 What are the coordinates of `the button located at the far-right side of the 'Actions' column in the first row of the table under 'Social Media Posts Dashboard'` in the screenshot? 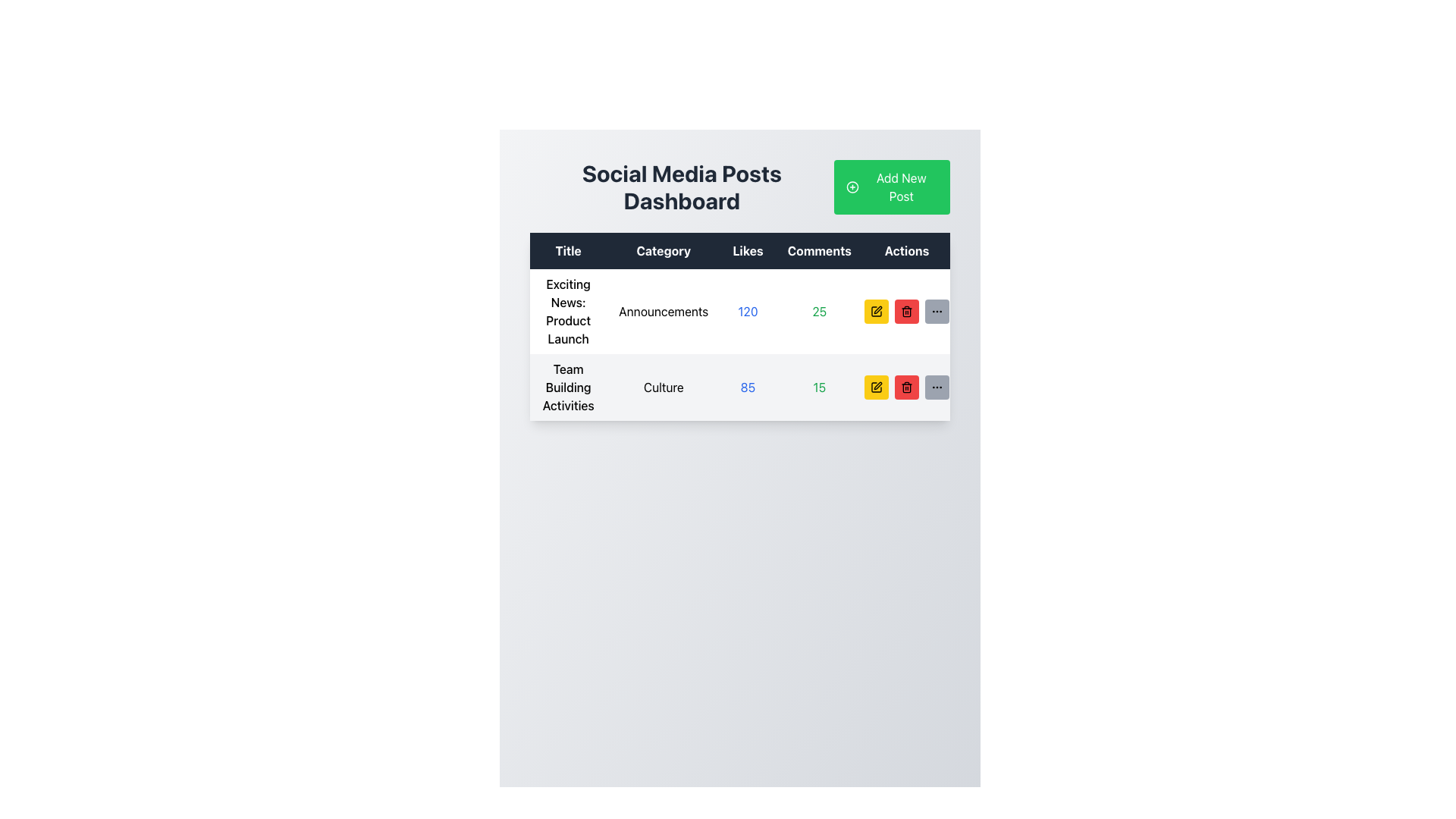 It's located at (937, 311).